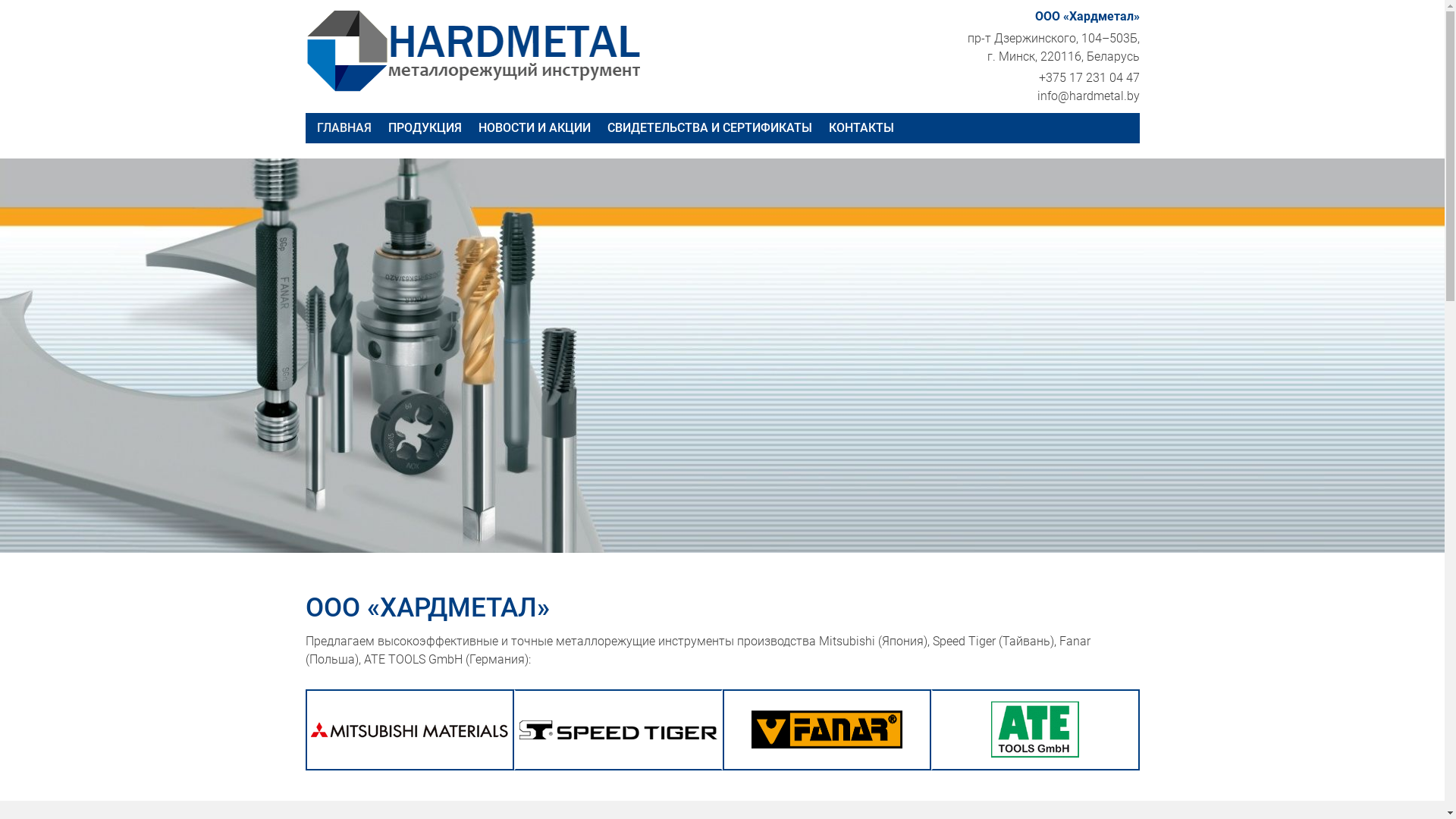 This screenshot has height=819, width=1456. What do you see at coordinates (1087, 96) in the screenshot?
I see `'info@hardmetal.by'` at bounding box center [1087, 96].